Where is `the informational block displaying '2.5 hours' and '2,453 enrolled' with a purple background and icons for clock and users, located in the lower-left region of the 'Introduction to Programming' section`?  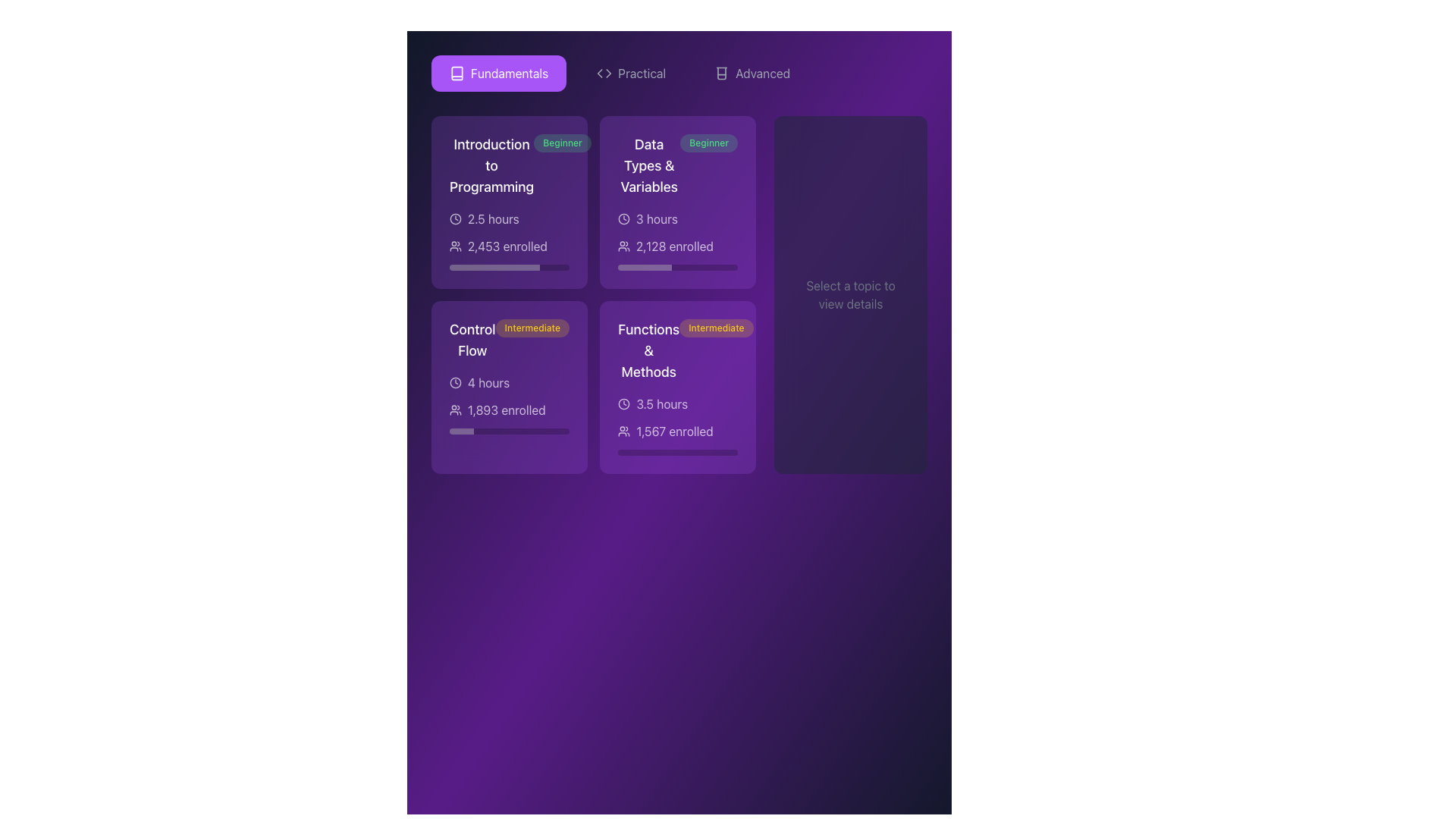 the informational block displaying '2.5 hours' and '2,453 enrolled' with a purple background and icons for clock and users, located in the lower-left region of the 'Introduction to Programming' section is located at coordinates (510, 239).